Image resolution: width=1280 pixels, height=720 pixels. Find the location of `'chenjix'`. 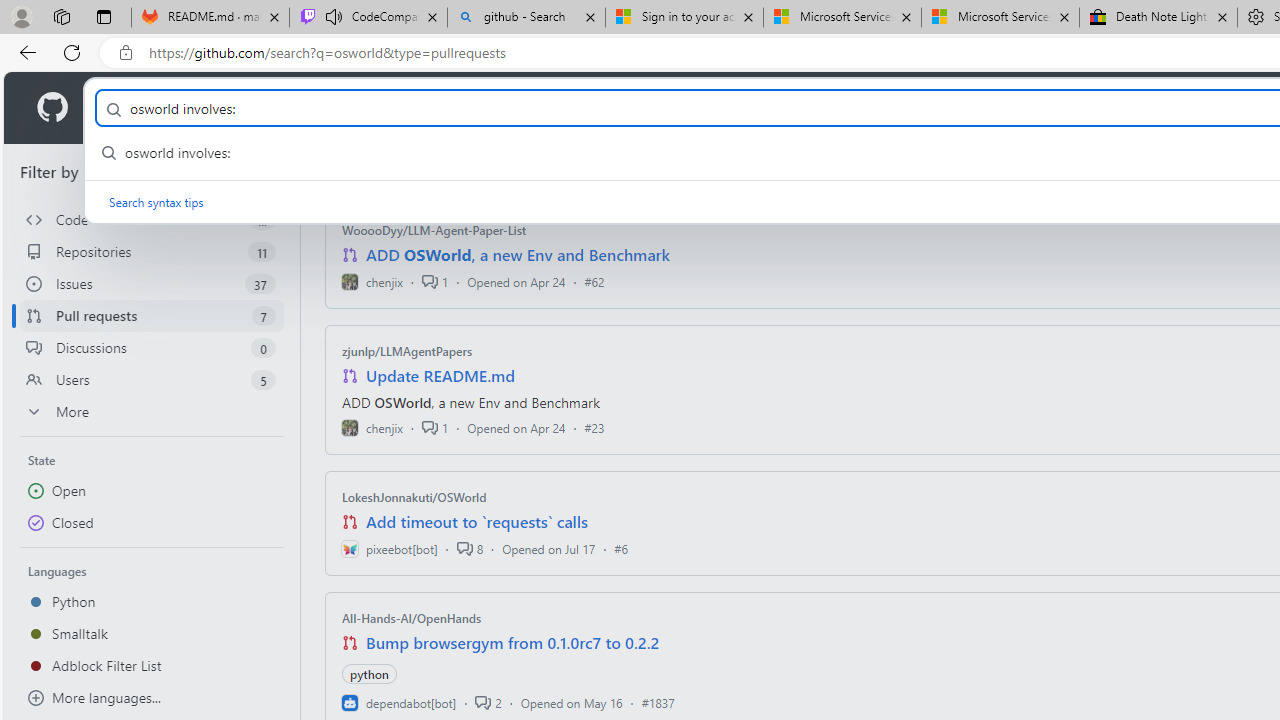

'chenjix' is located at coordinates (372, 426).